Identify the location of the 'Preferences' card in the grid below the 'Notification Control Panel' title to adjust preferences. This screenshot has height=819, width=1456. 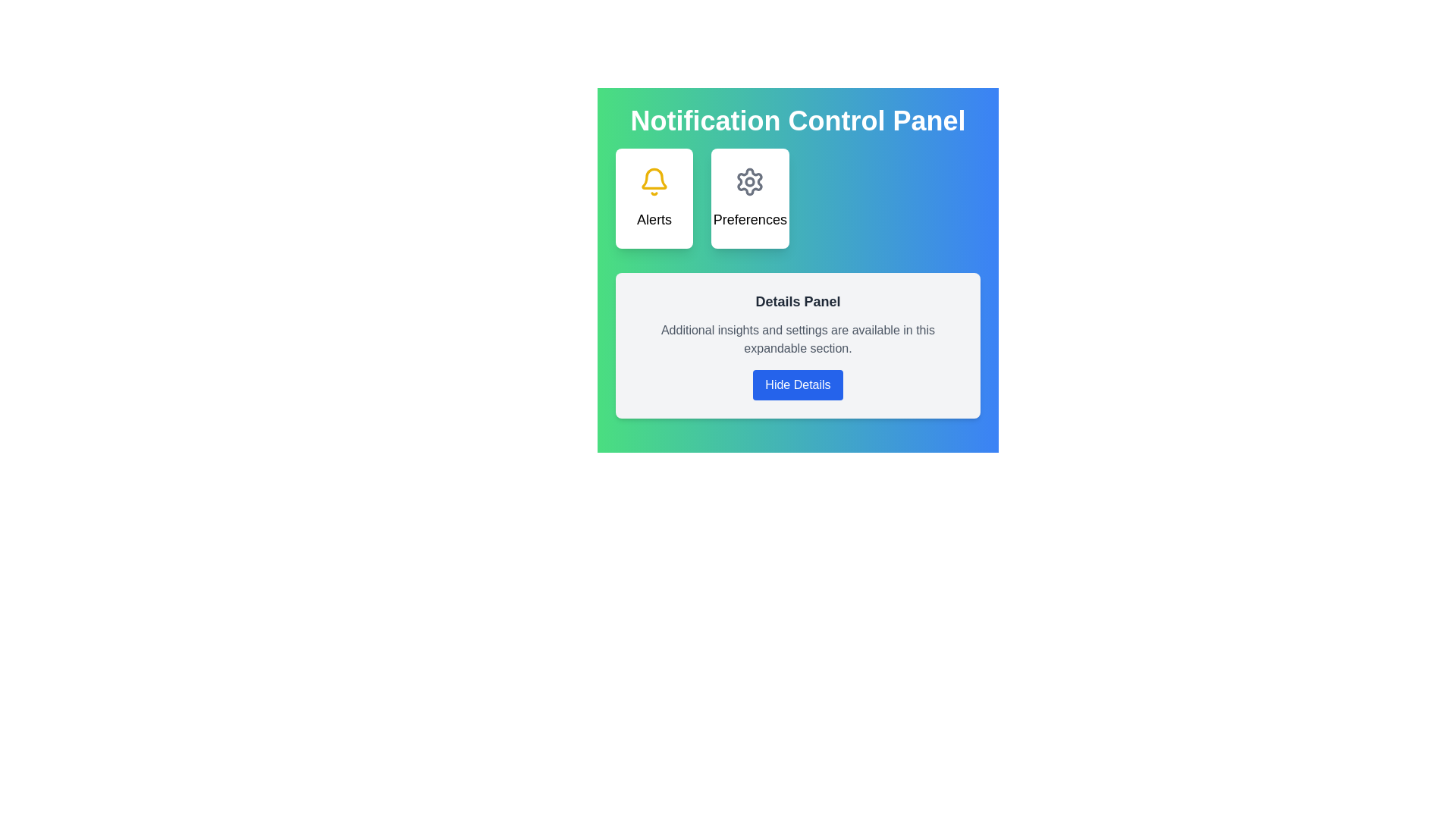
(797, 198).